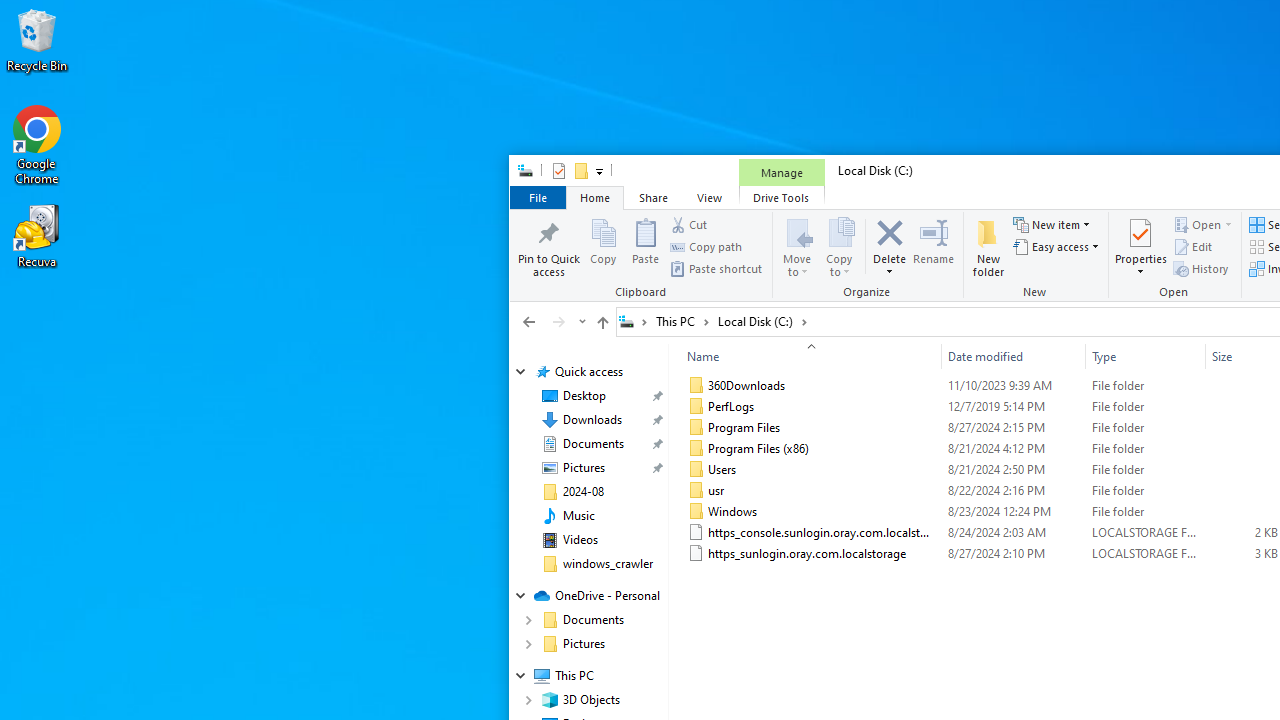  What do you see at coordinates (579, 540) in the screenshot?
I see `'Videos'` at bounding box center [579, 540].